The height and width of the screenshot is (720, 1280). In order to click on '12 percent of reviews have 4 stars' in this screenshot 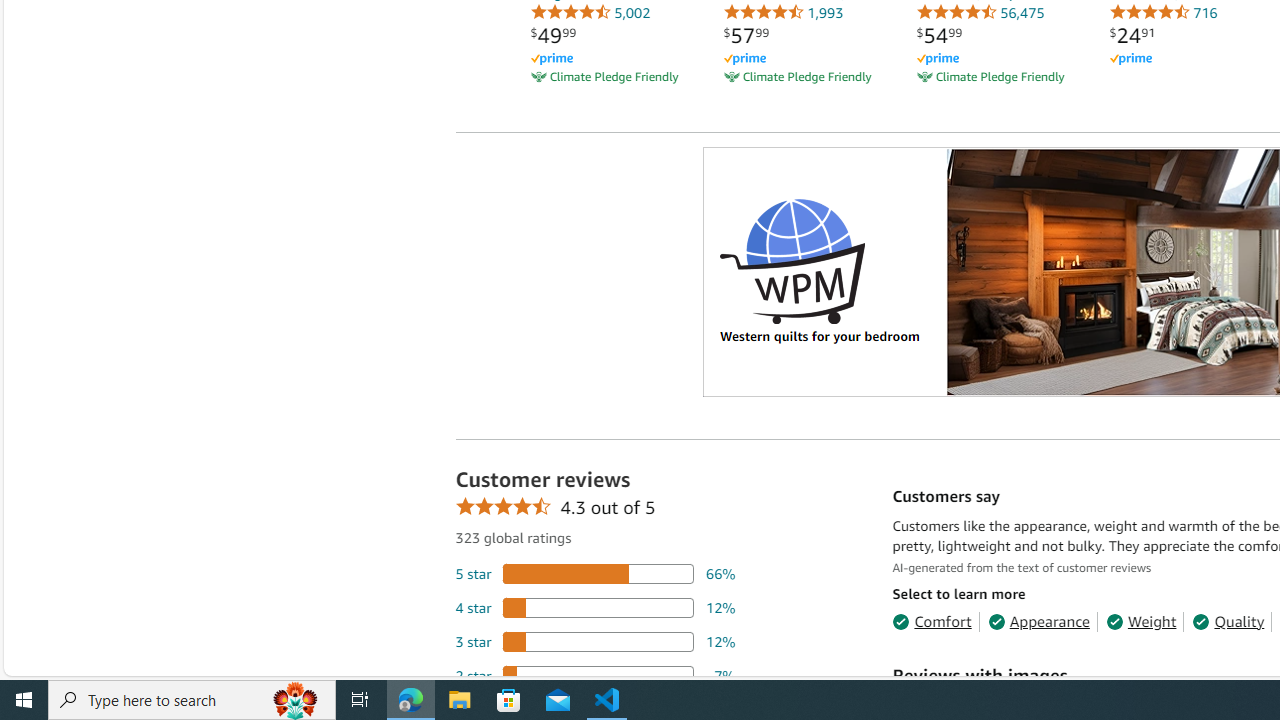, I will do `click(594, 606)`.